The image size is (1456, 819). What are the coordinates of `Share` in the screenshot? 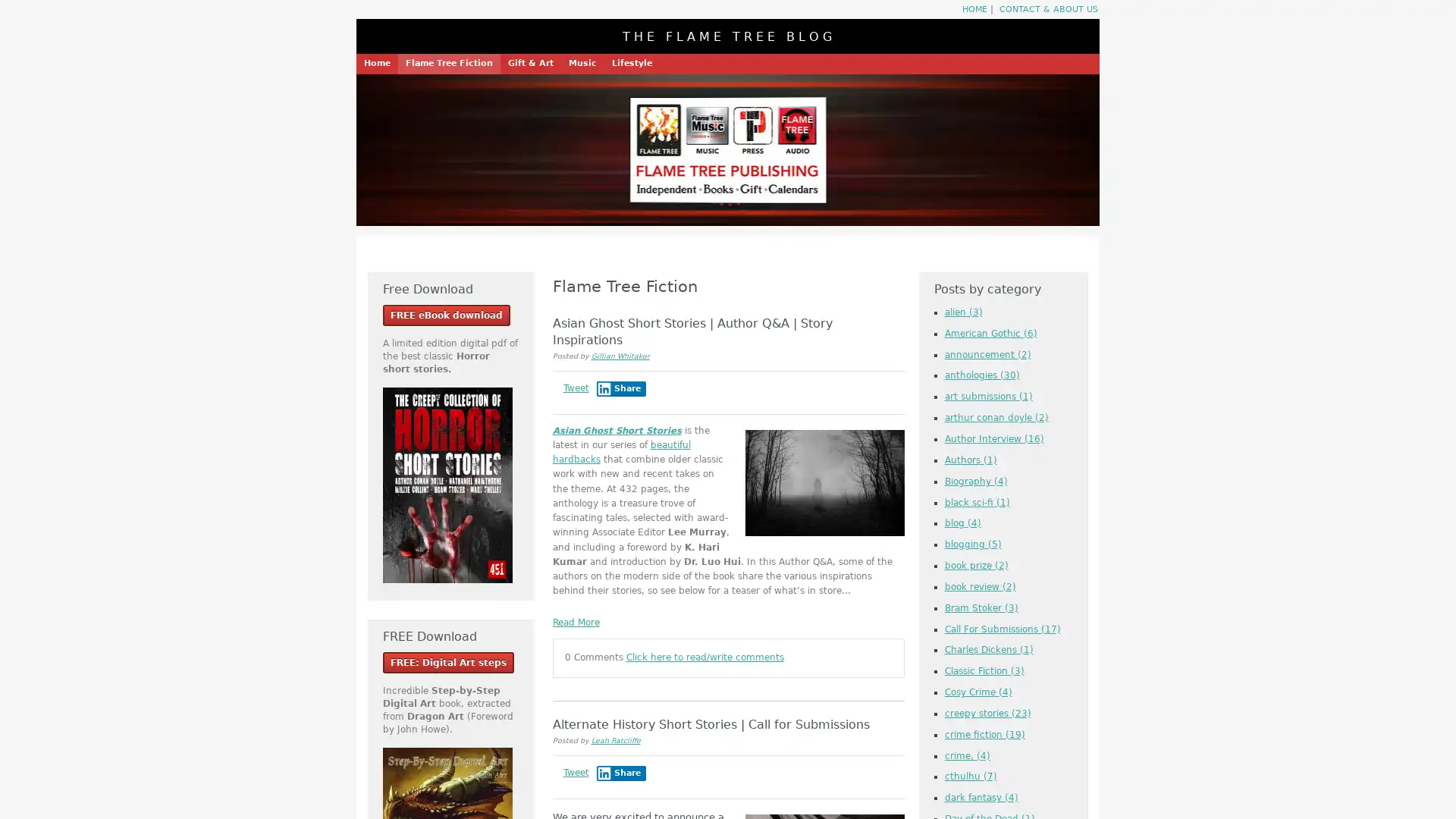 It's located at (651, 388).